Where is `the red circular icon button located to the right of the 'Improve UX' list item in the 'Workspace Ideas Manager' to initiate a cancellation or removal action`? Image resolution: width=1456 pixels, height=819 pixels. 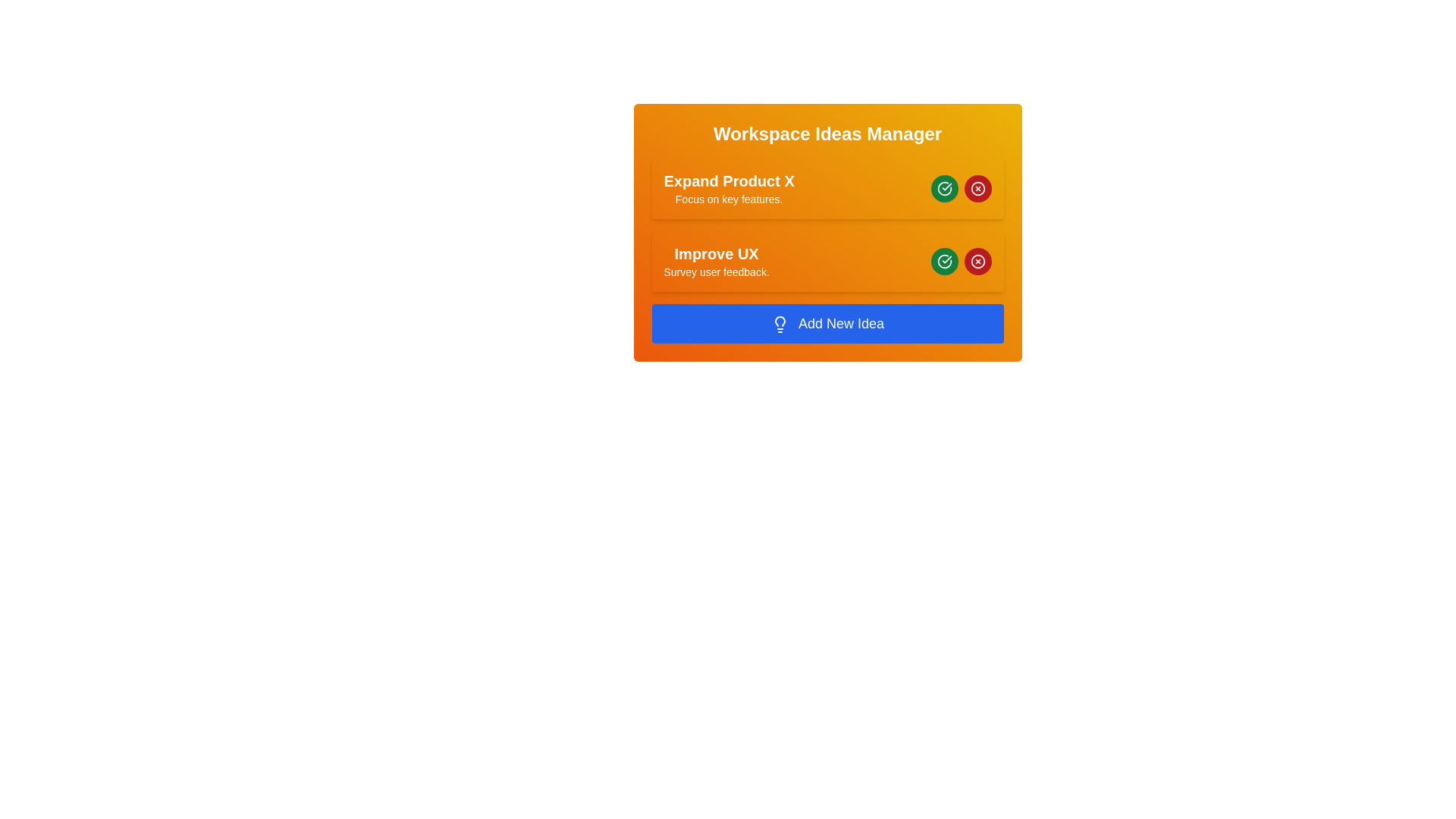
the red circular icon button located to the right of the 'Improve UX' list item in the 'Workspace Ideas Manager' to initiate a cancellation or removal action is located at coordinates (977, 260).